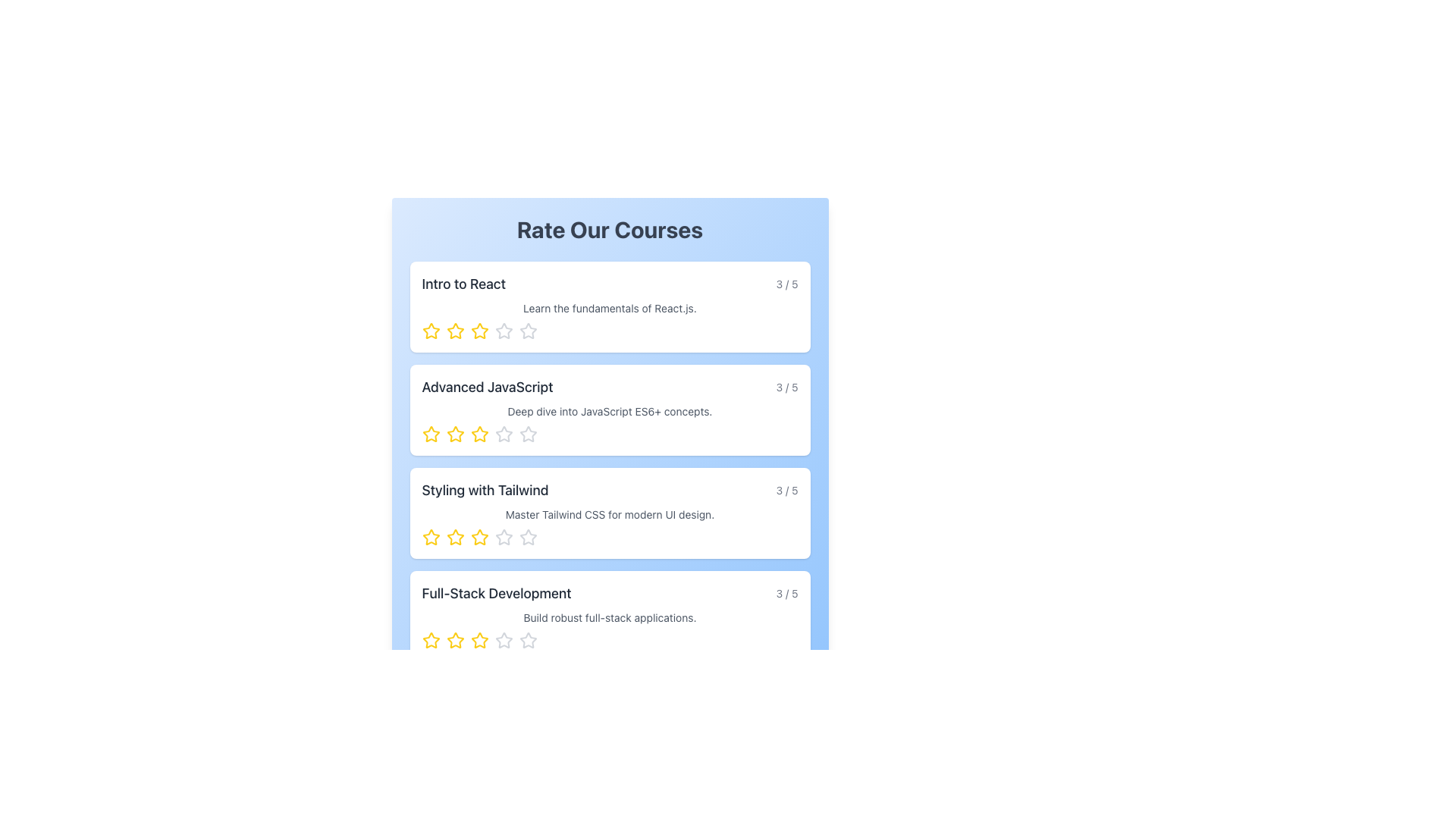 The image size is (1456, 819). Describe the element at coordinates (610, 412) in the screenshot. I see `the static text label that describes the 'Advanced JavaScript' section, which is positioned below the title and rating score, and above the star rating component` at that location.